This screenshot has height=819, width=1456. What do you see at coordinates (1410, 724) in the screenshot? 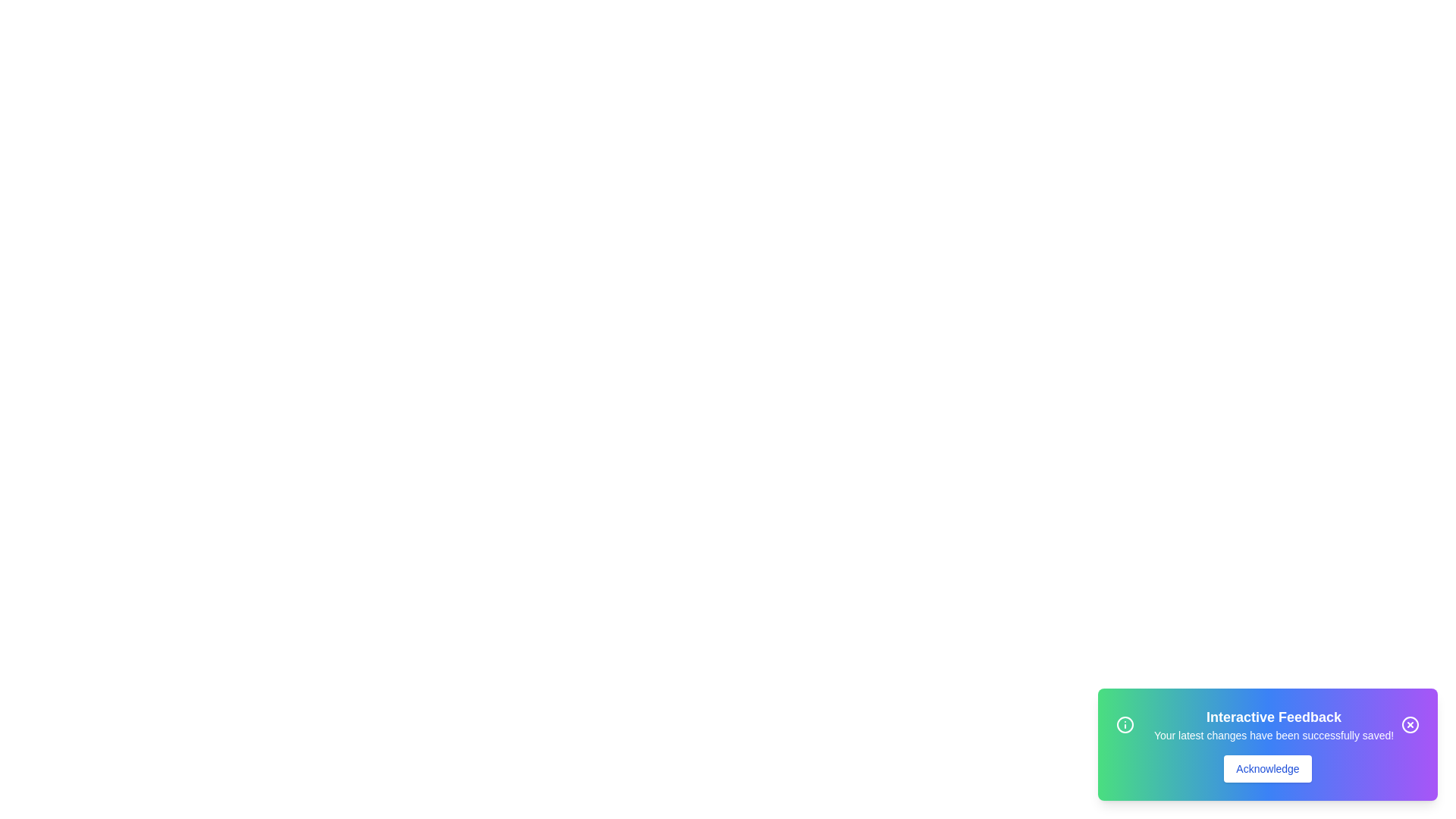
I see `the dismiss button located at the top-right corner of the notification bar containing the text 'Interactive Feedback'` at bounding box center [1410, 724].